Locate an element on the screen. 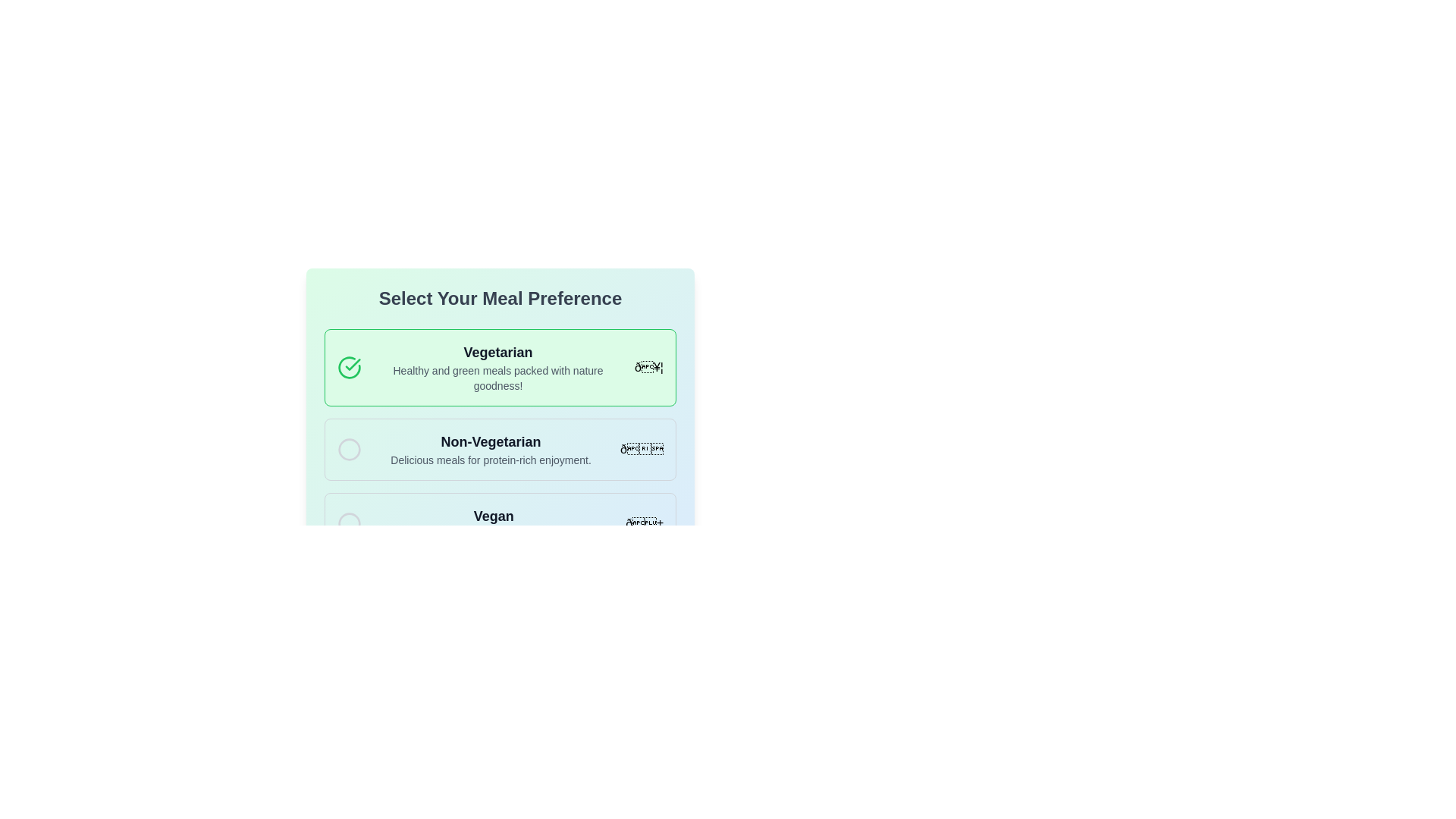  the static text label indicating the meal preference category for vegetarian options, which is centrally aligned above the text 'Healthy and green meals packed with nature goodness!' is located at coordinates (498, 353).